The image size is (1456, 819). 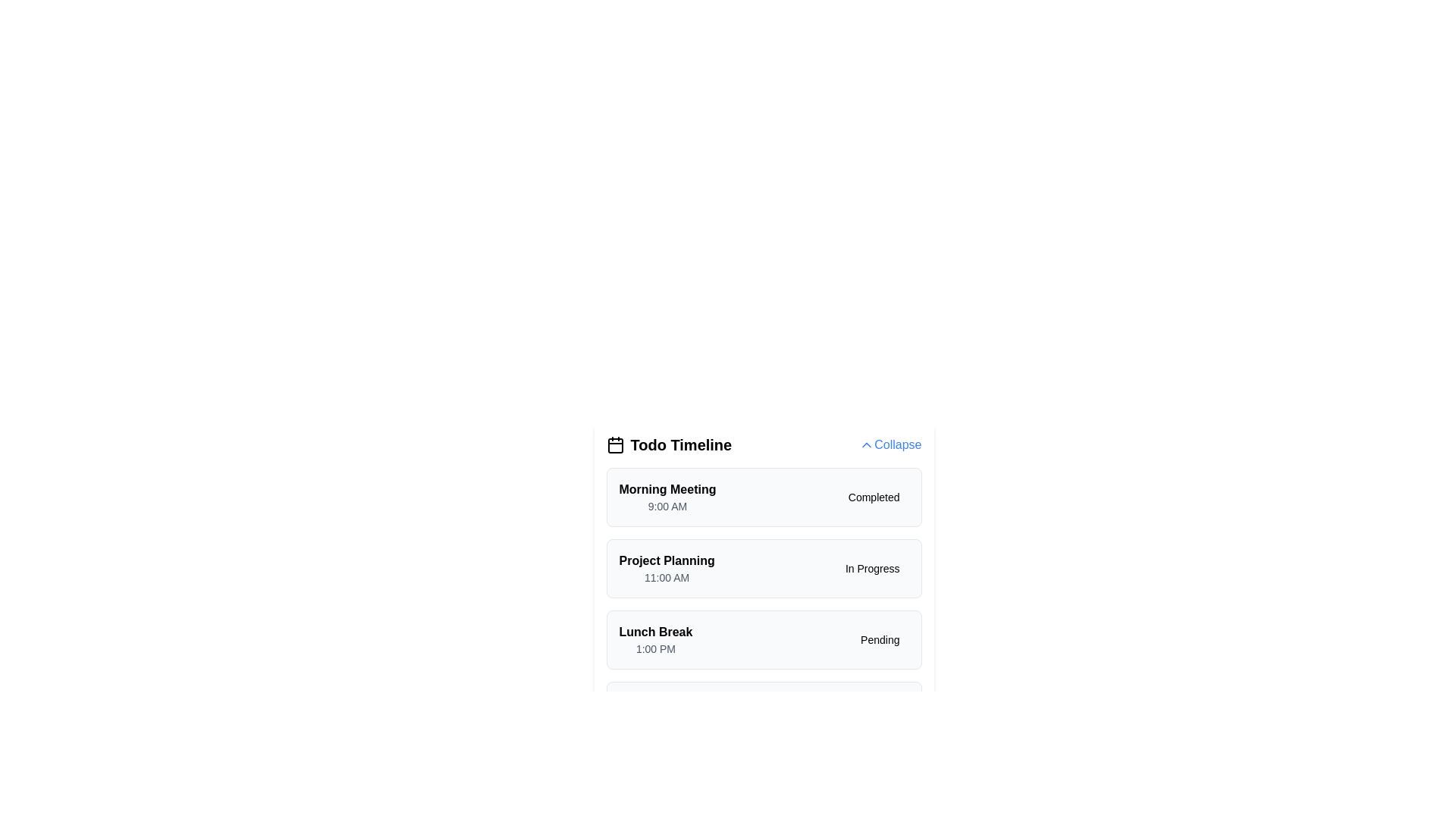 I want to click on the upward-facing chevron icon with a blue stroke located to the left of the 'Collapse' text in the top-right corner of the 'Todo Timeline' interface, so click(x=867, y=444).